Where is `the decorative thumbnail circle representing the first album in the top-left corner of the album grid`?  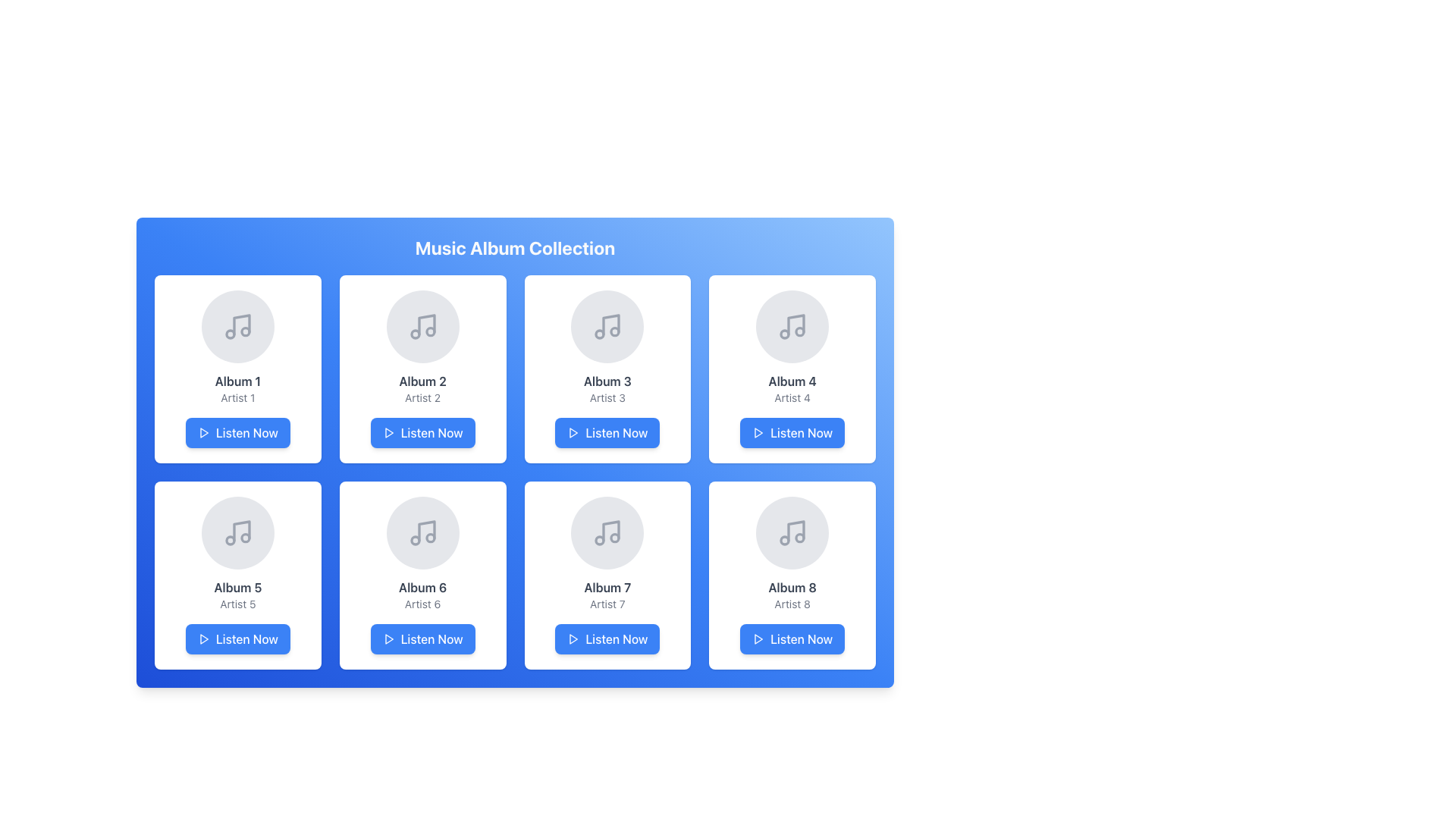
the decorative thumbnail circle representing the first album in the top-left corner of the album grid is located at coordinates (237, 326).